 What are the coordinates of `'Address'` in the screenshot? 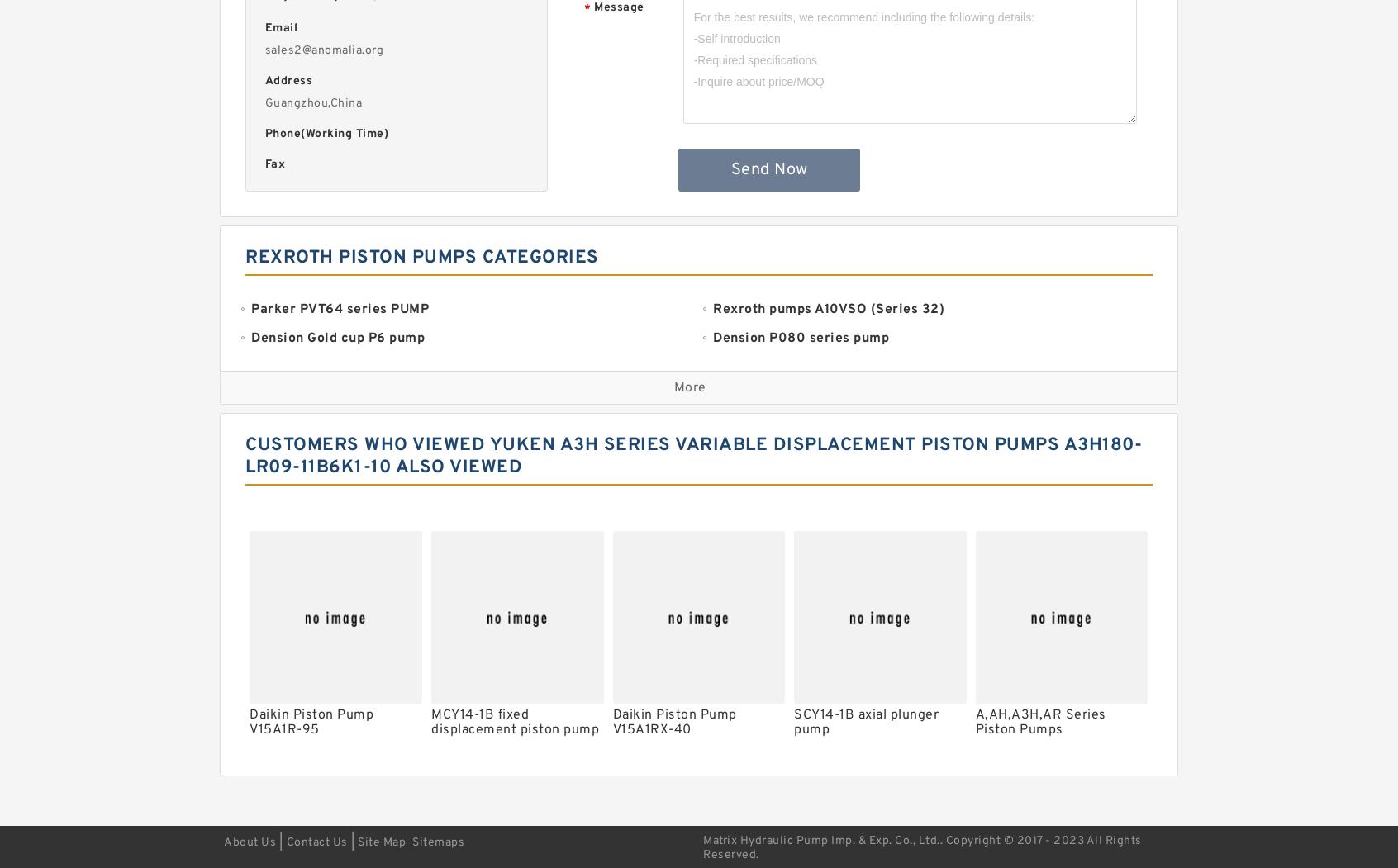 It's located at (288, 81).